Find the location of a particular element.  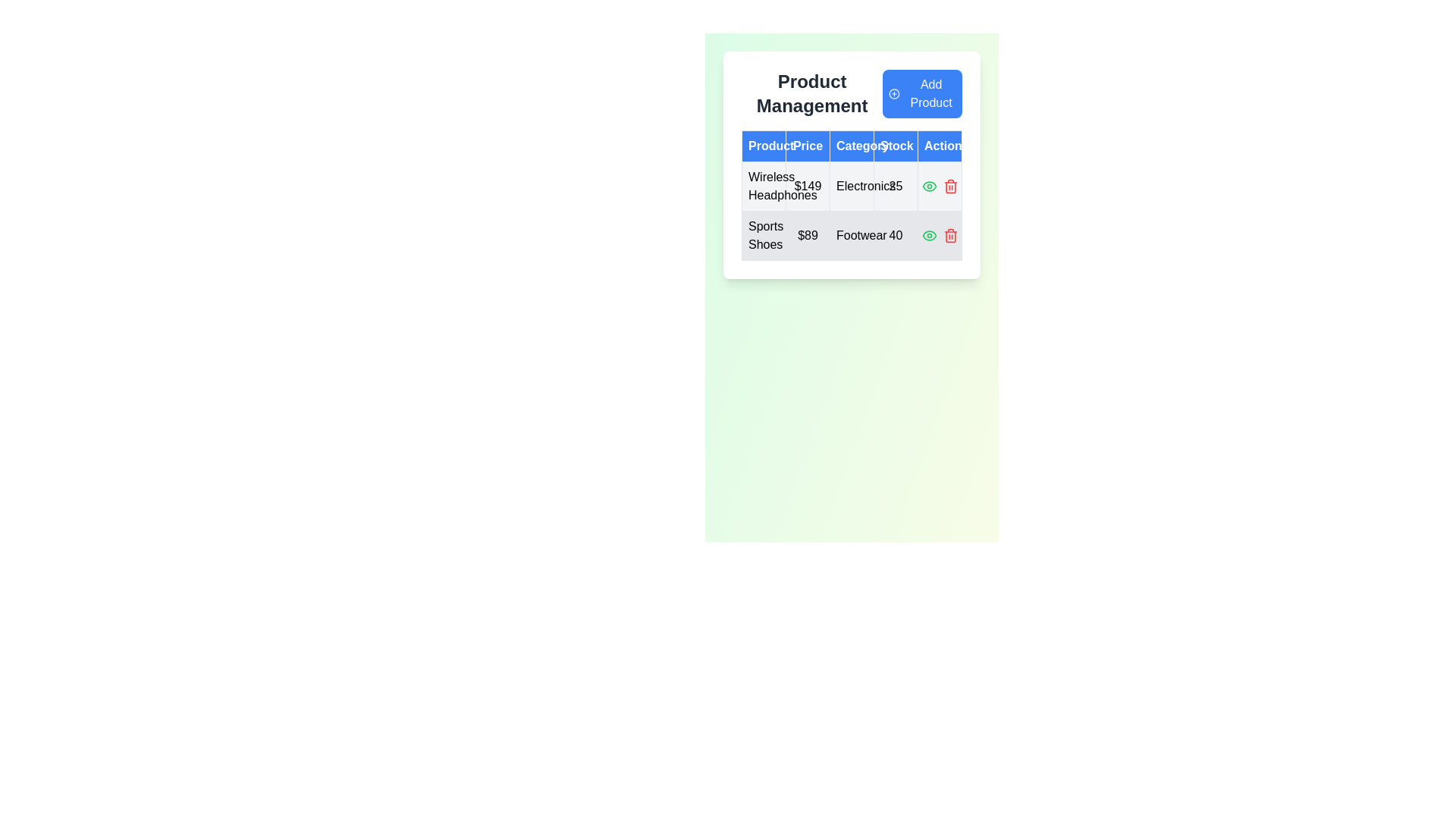

the table header cell labeled 'Category', which is a blue rectangular block with bold white text, positioned between the 'Price' and 'Stock' cells is located at coordinates (852, 146).